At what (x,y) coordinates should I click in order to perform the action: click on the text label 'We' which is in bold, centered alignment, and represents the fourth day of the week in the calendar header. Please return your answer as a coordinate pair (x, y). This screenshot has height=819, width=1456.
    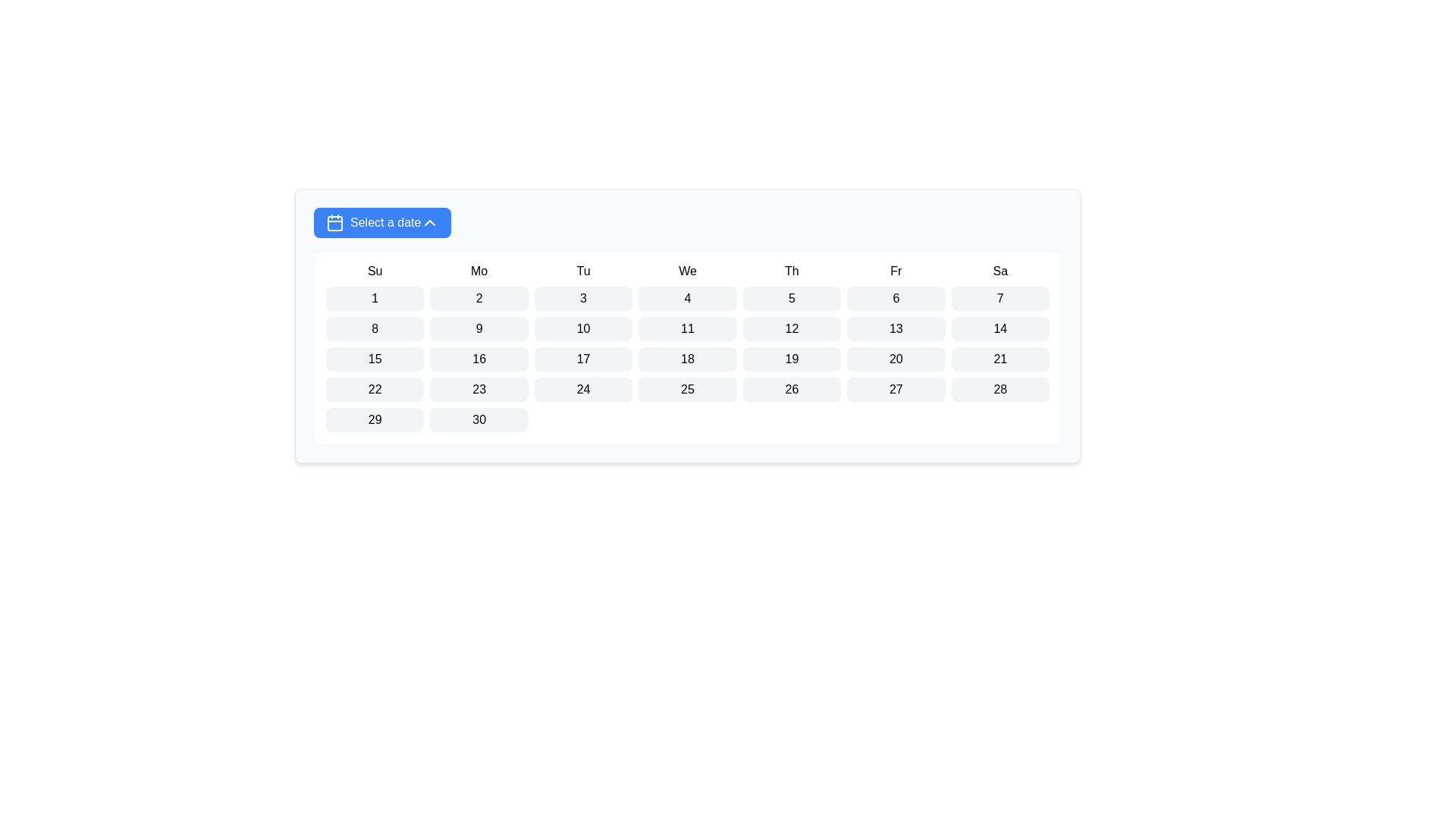
    Looking at the image, I should click on (687, 271).